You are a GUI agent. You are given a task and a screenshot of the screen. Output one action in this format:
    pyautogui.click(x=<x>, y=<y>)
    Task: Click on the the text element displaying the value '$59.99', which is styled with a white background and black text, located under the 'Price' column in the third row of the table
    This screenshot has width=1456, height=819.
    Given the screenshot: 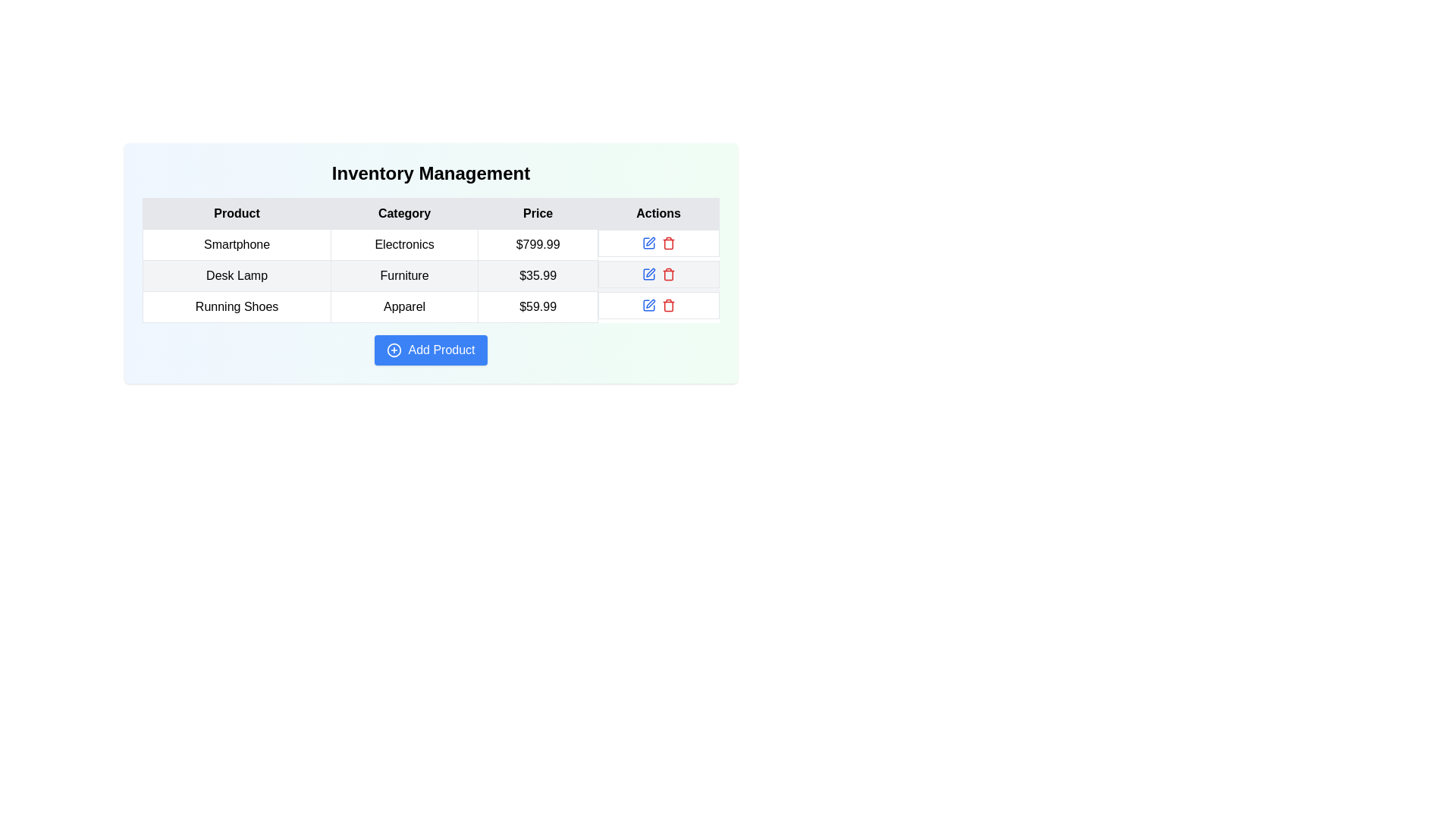 What is the action you would take?
    pyautogui.click(x=538, y=307)
    